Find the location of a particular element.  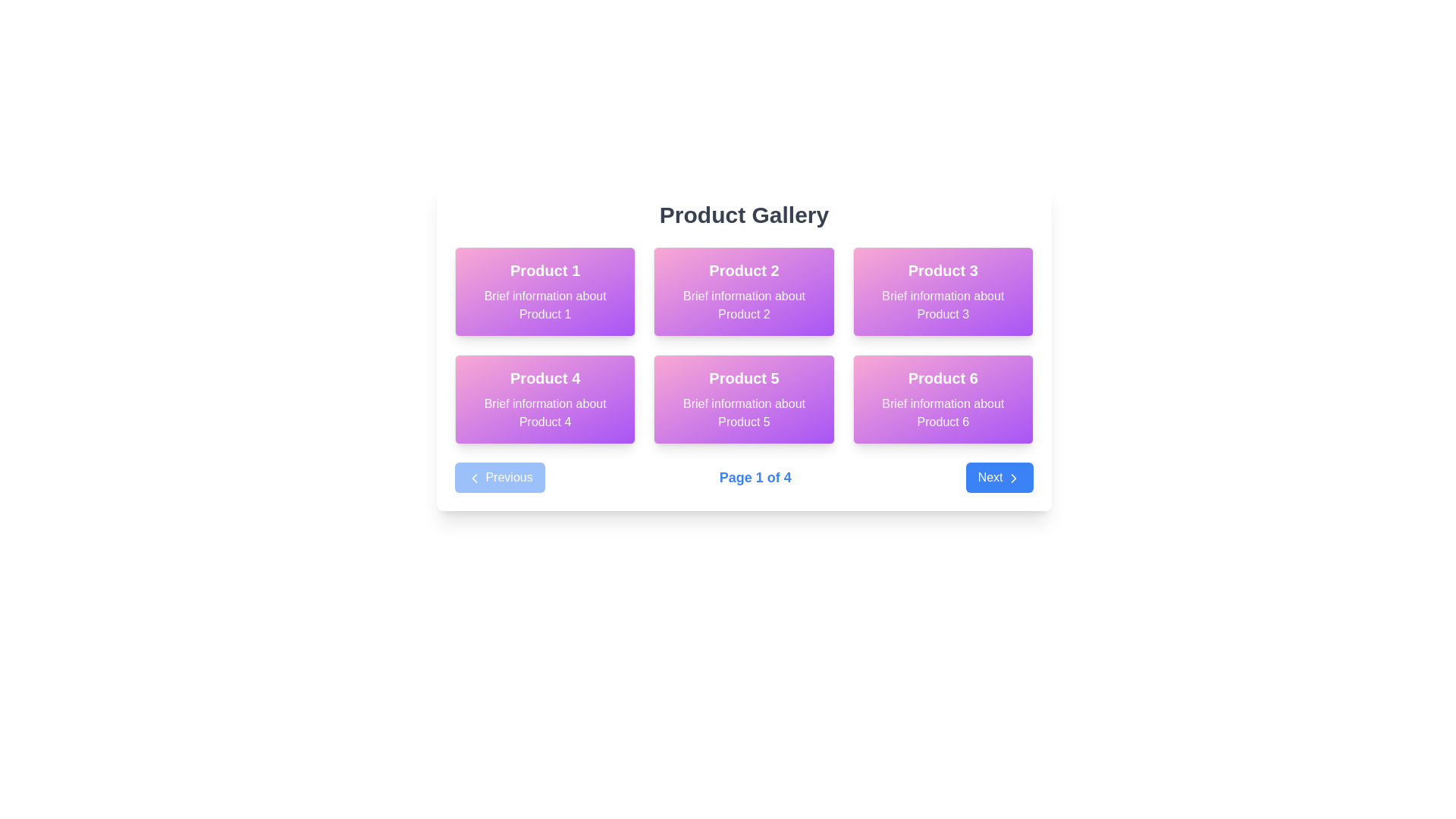

the text label 'Product 5' styled in bold, large font is located at coordinates (744, 377).